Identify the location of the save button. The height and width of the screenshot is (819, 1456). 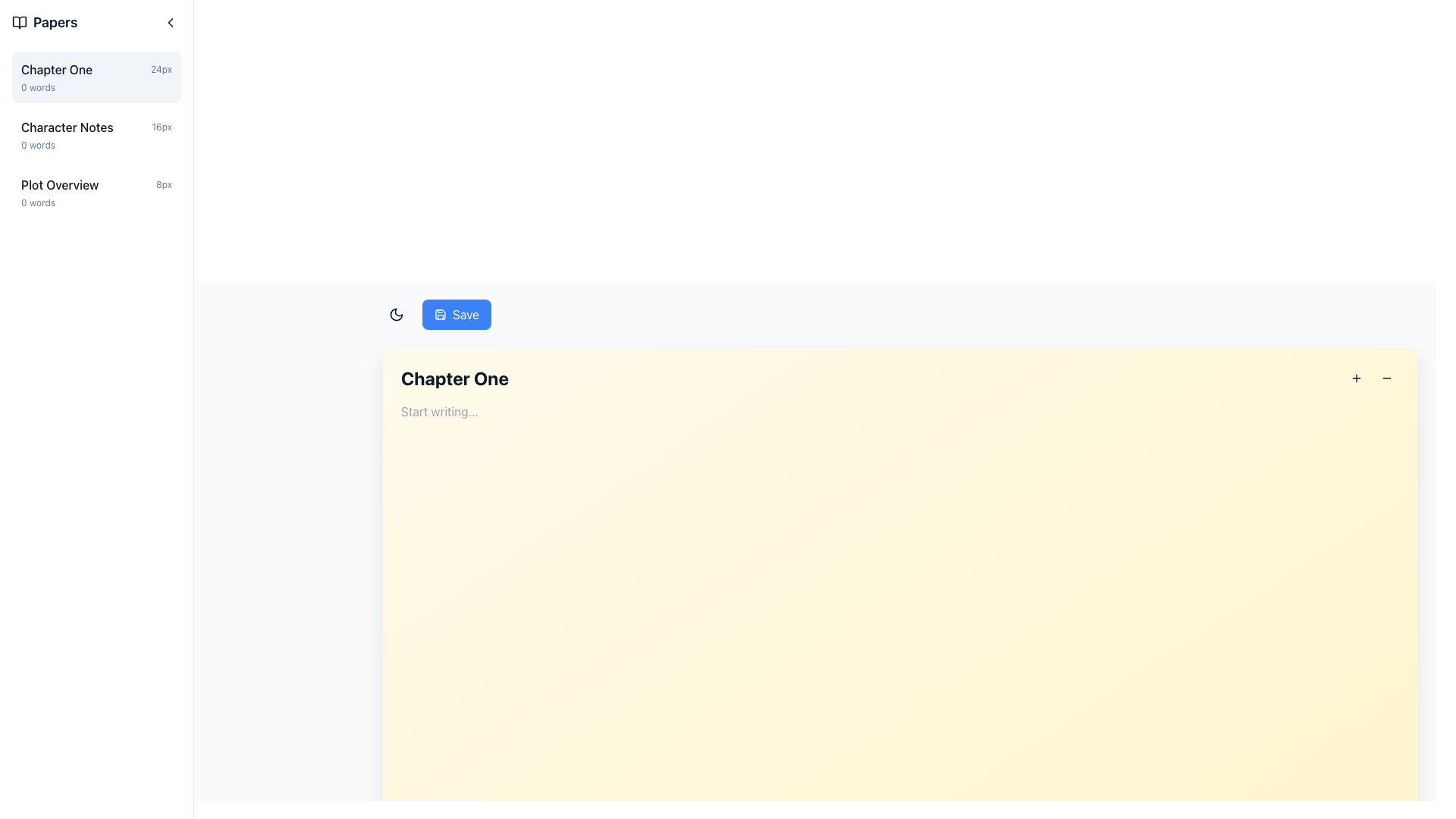
(436, 314).